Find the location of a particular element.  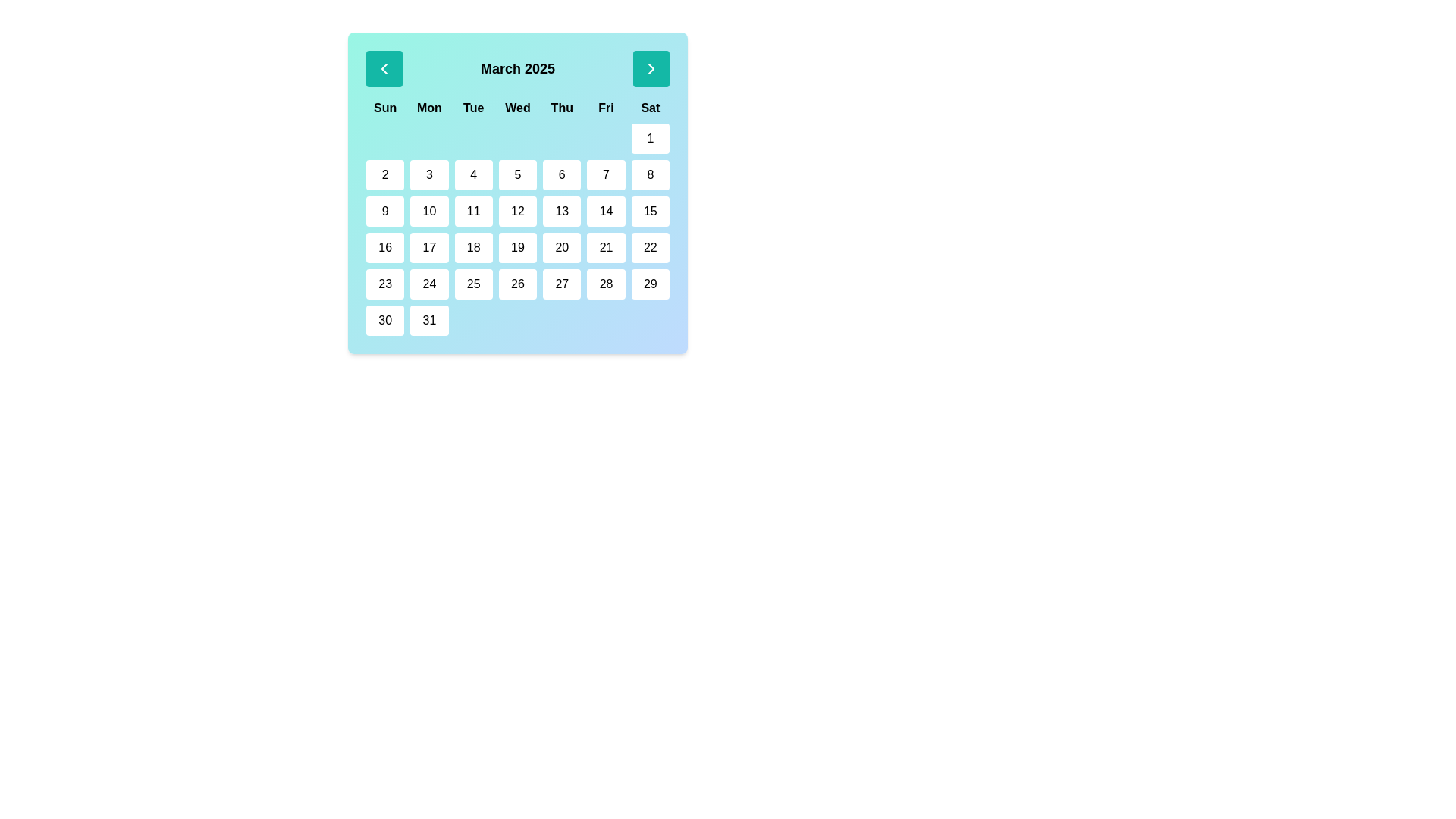

the chevron-right icon integrated within the button in the upper-right corner of the calendar interface is located at coordinates (651, 69).